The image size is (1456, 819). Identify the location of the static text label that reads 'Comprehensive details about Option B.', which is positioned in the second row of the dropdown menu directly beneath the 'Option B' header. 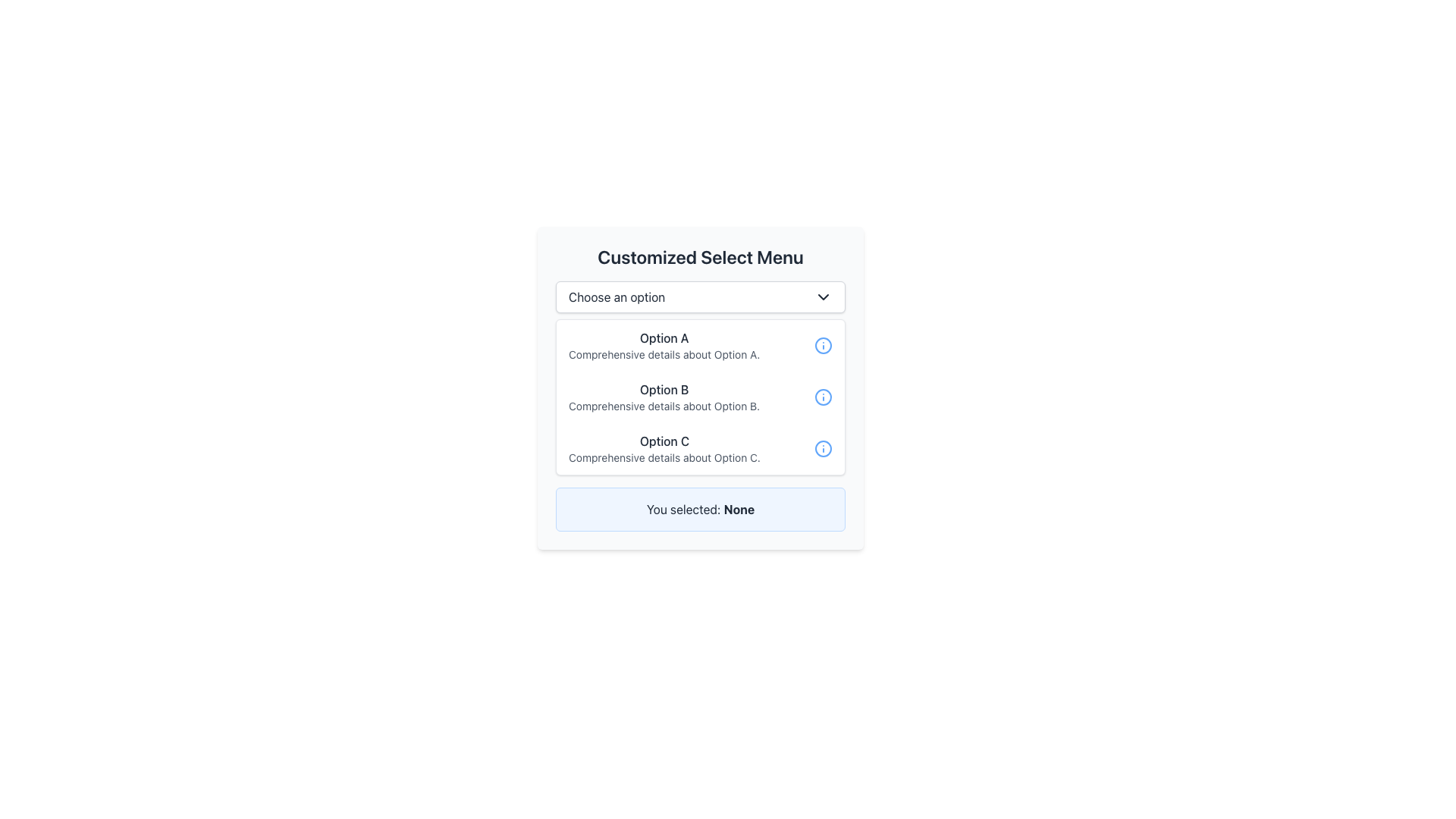
(664, 406).